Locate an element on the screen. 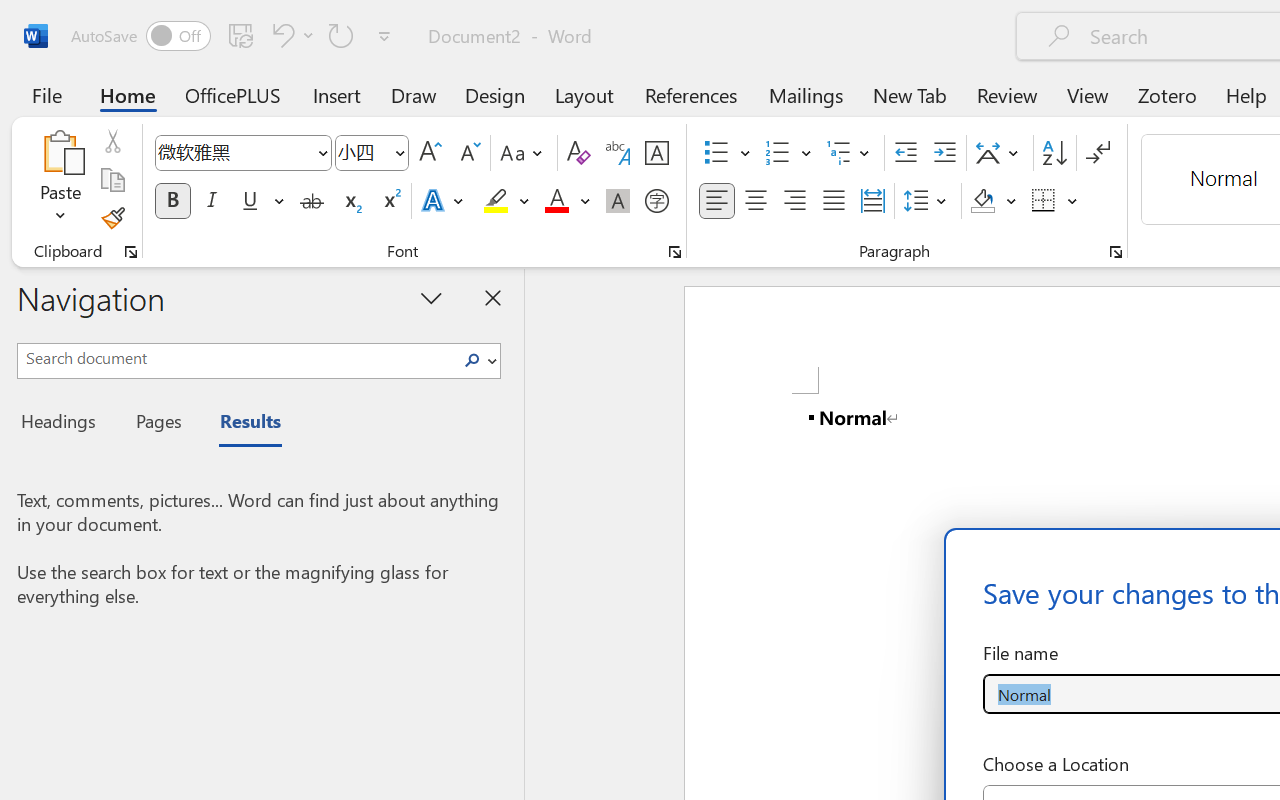 This screenshot has height=800, width=1280. 'Borders' is located at coordinates (1054, 201).